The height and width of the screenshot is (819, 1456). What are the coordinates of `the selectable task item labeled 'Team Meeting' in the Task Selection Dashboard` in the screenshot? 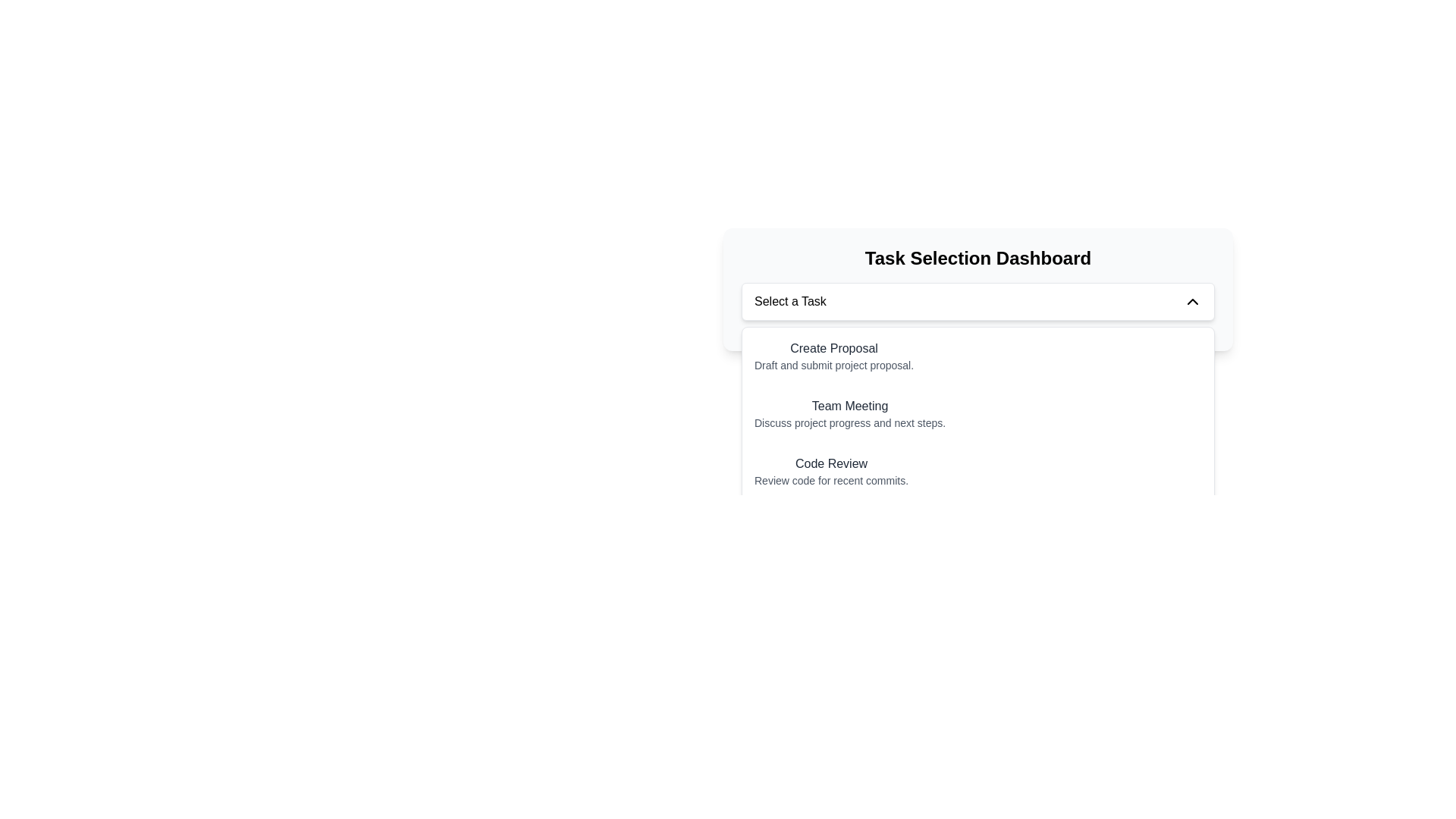 It's located at (850, 414).